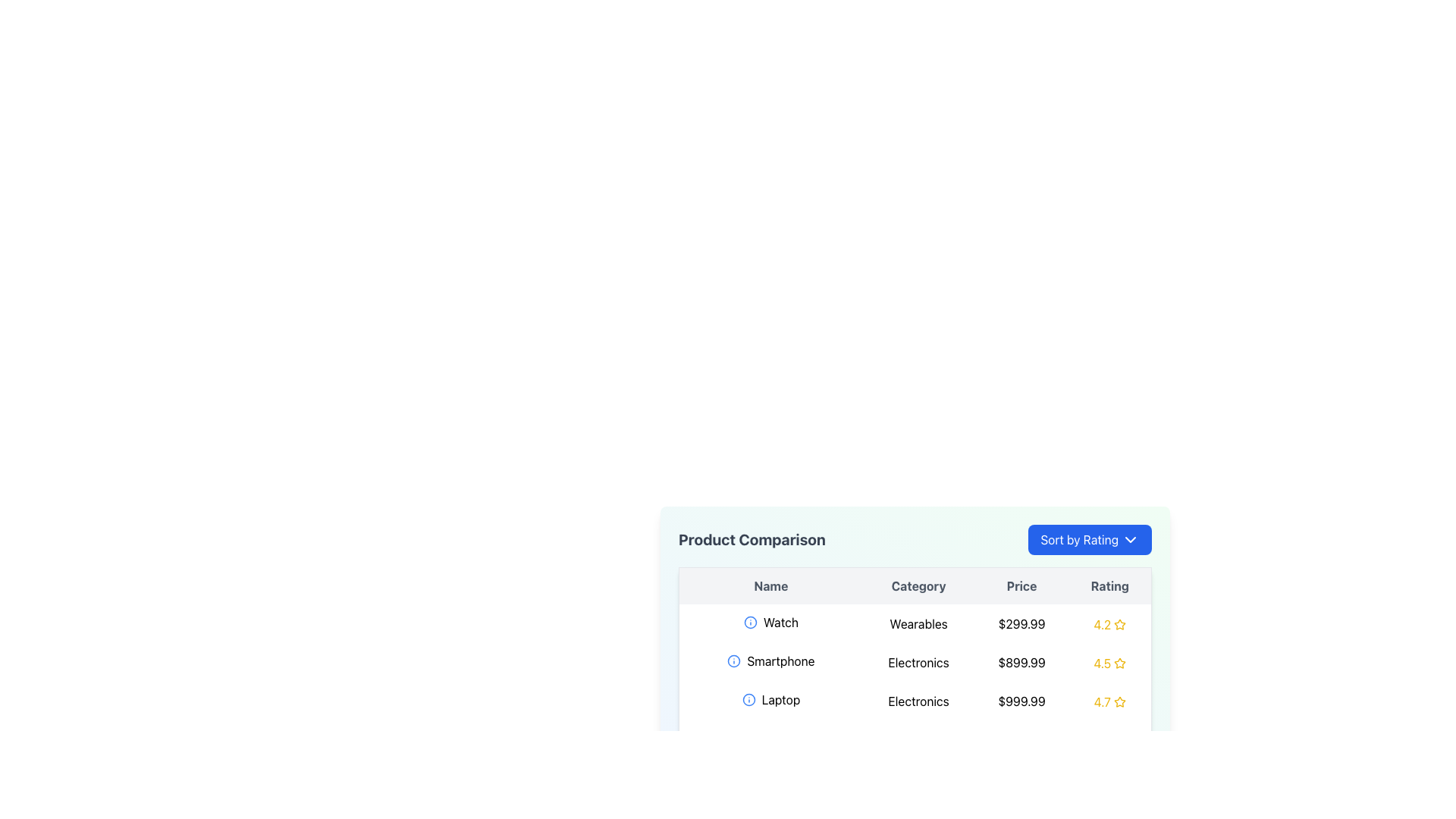  What do you see at coordinates (1109, 701) in the screenshot?
I see `the rating element for the product 'Laptop'` at bounding box center [1109, 701].